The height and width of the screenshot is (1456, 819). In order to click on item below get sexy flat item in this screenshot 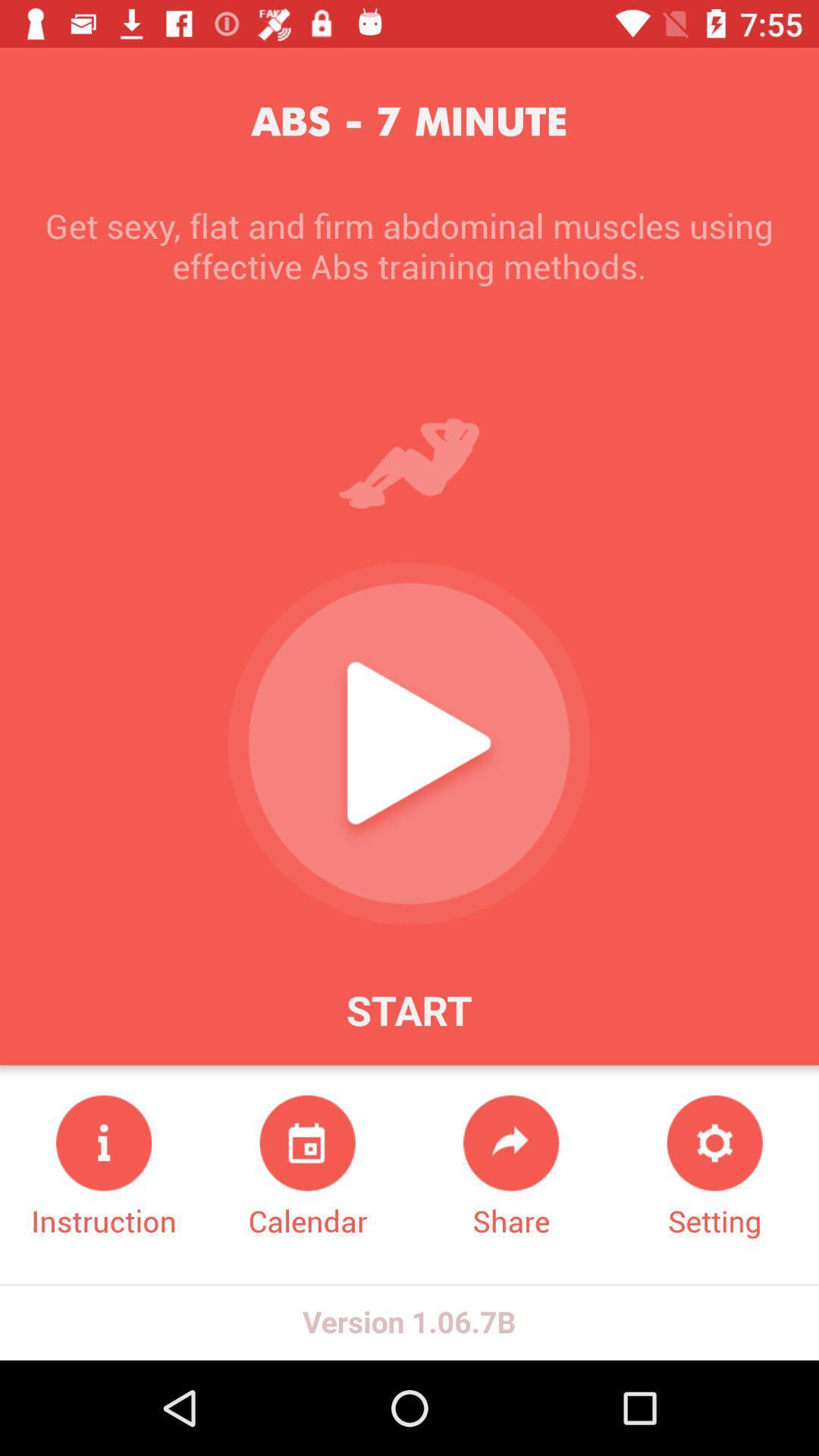, I will do `click(714, 1167)`.